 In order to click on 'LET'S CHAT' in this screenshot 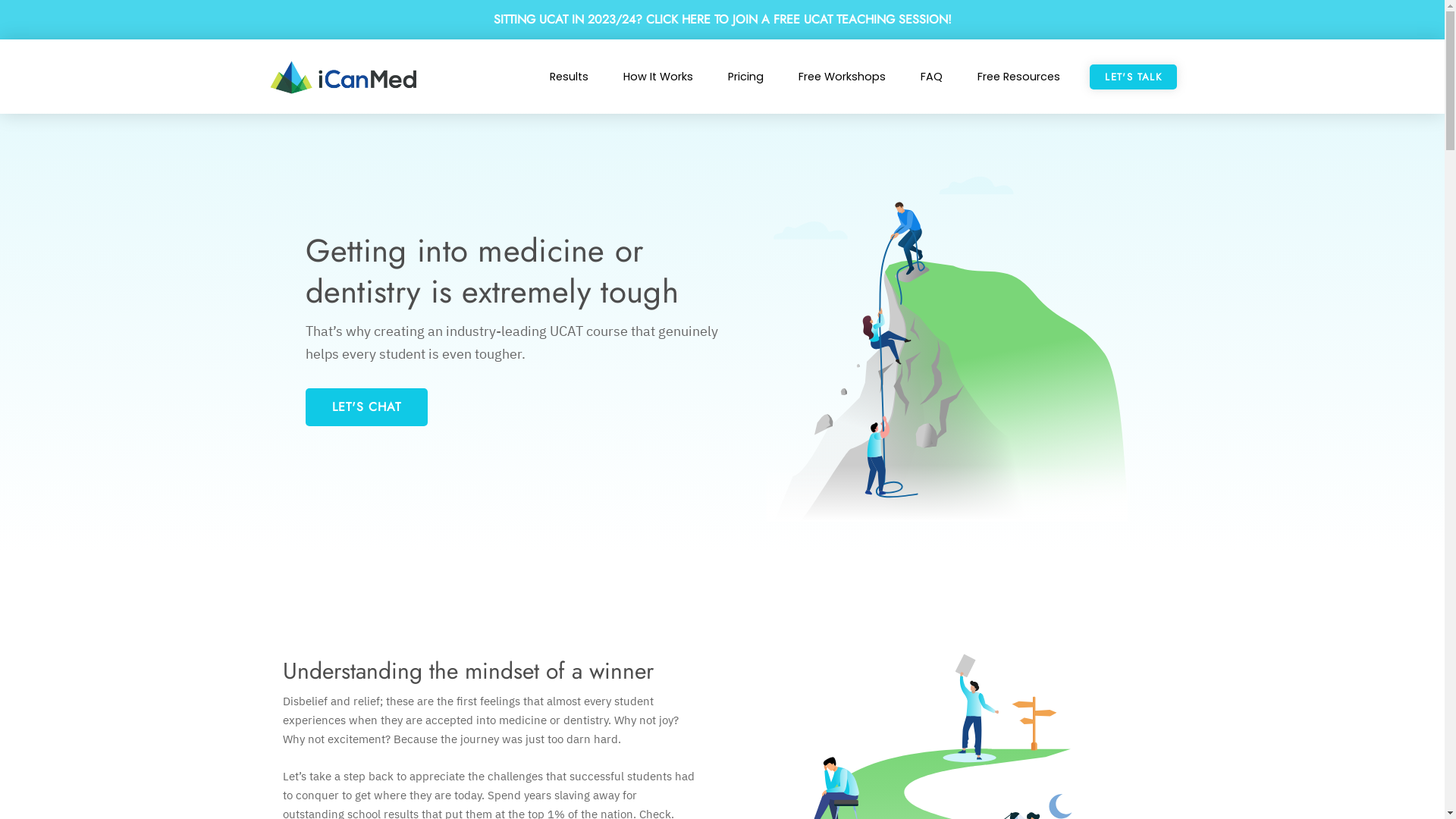, I will do `click(366, 406)`.